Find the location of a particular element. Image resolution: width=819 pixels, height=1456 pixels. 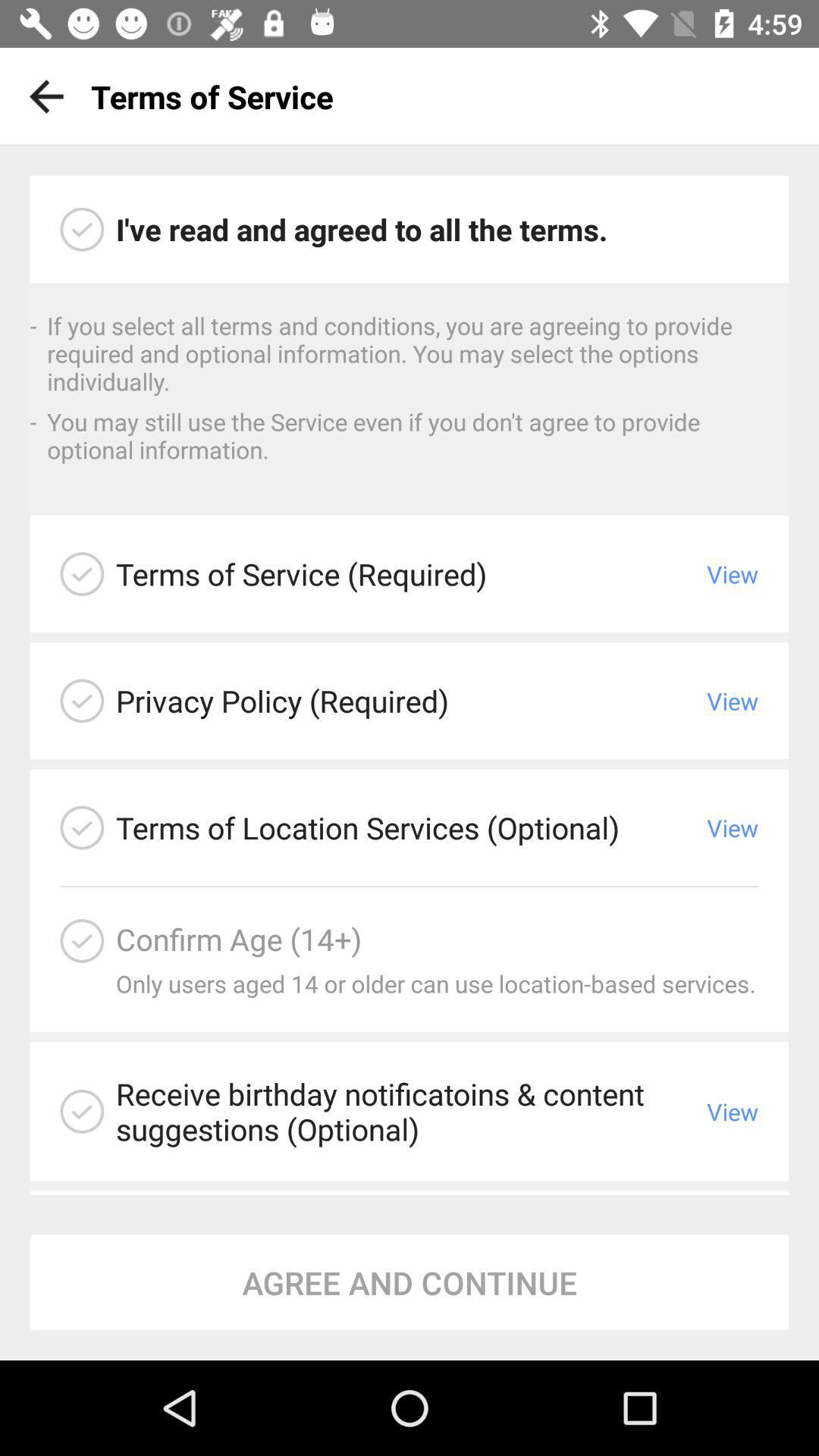

icon to the left of the terms of service app is located at coordinates (40, 96).